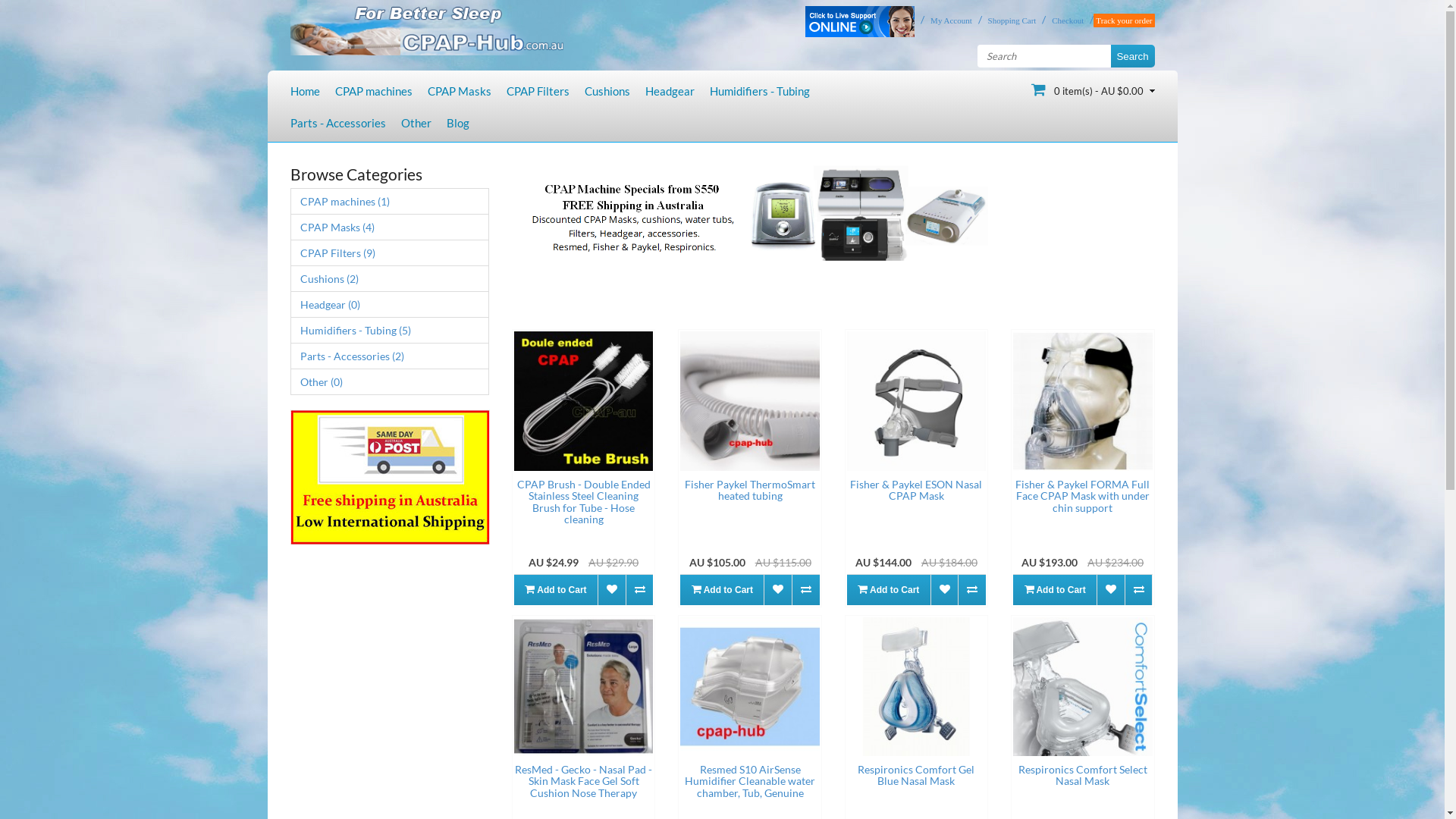  I want to click on 'Parts - Accessories (2)', so click(290, 356).